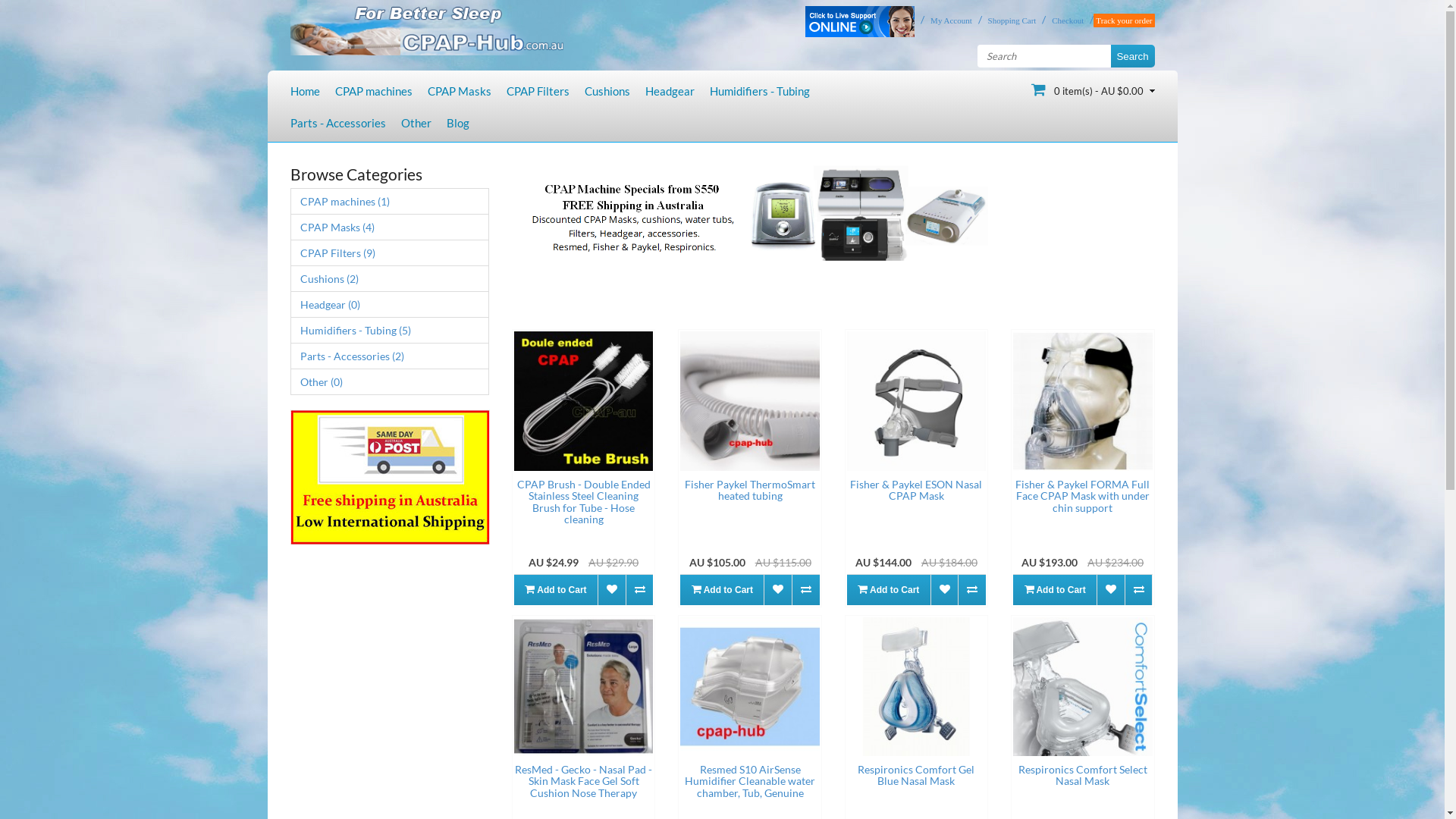  I want to click on 'Parts - Accessories (2)', so click(290, 356).